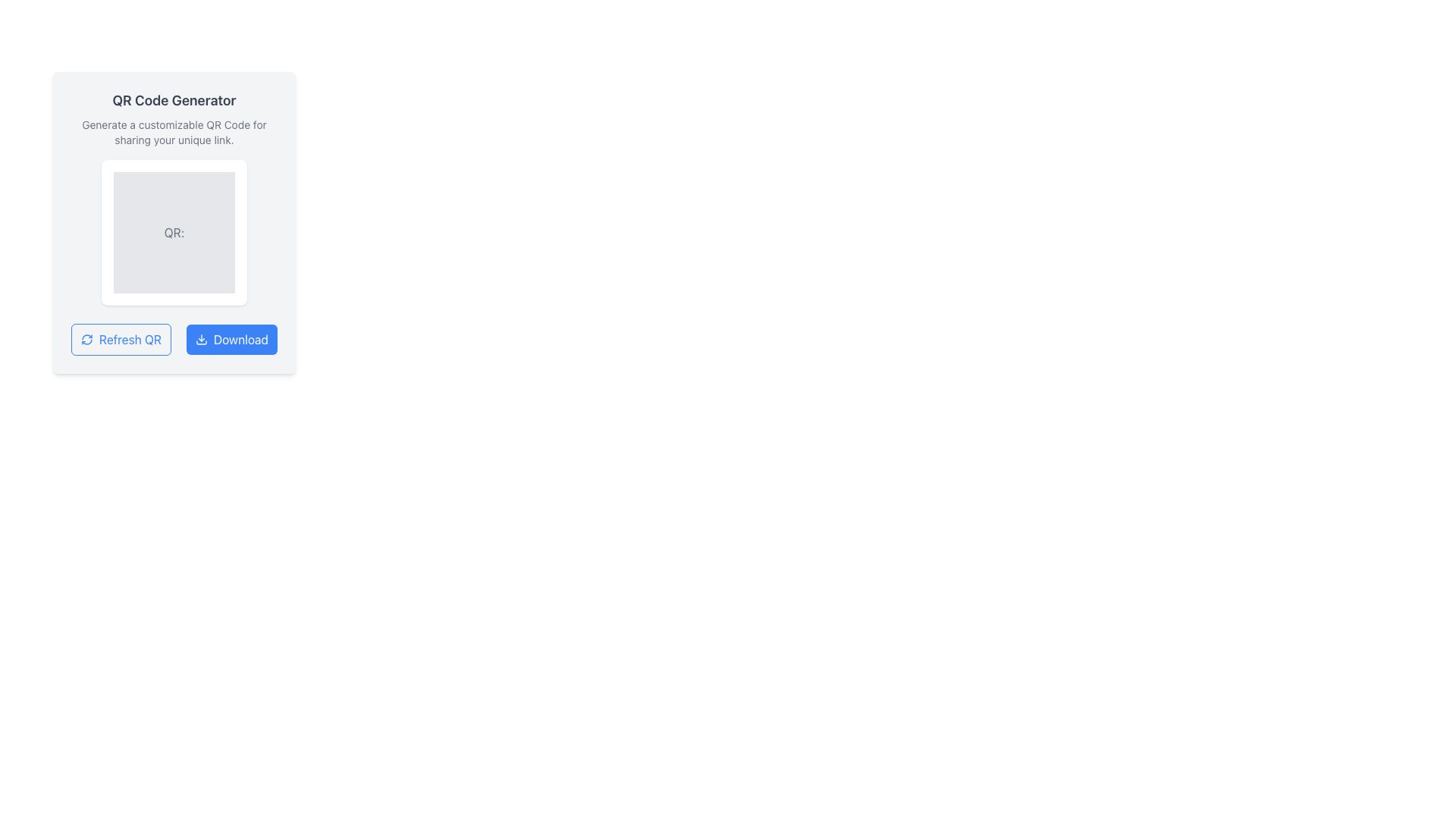 This screenshot has height=819, width=1456. Describe the element at coordinates (174, 131) in the screenshot. I see `the text label that provides instructions for customizing and sharing a QR code, located below the 'QR Code Generator' heading` at that location.